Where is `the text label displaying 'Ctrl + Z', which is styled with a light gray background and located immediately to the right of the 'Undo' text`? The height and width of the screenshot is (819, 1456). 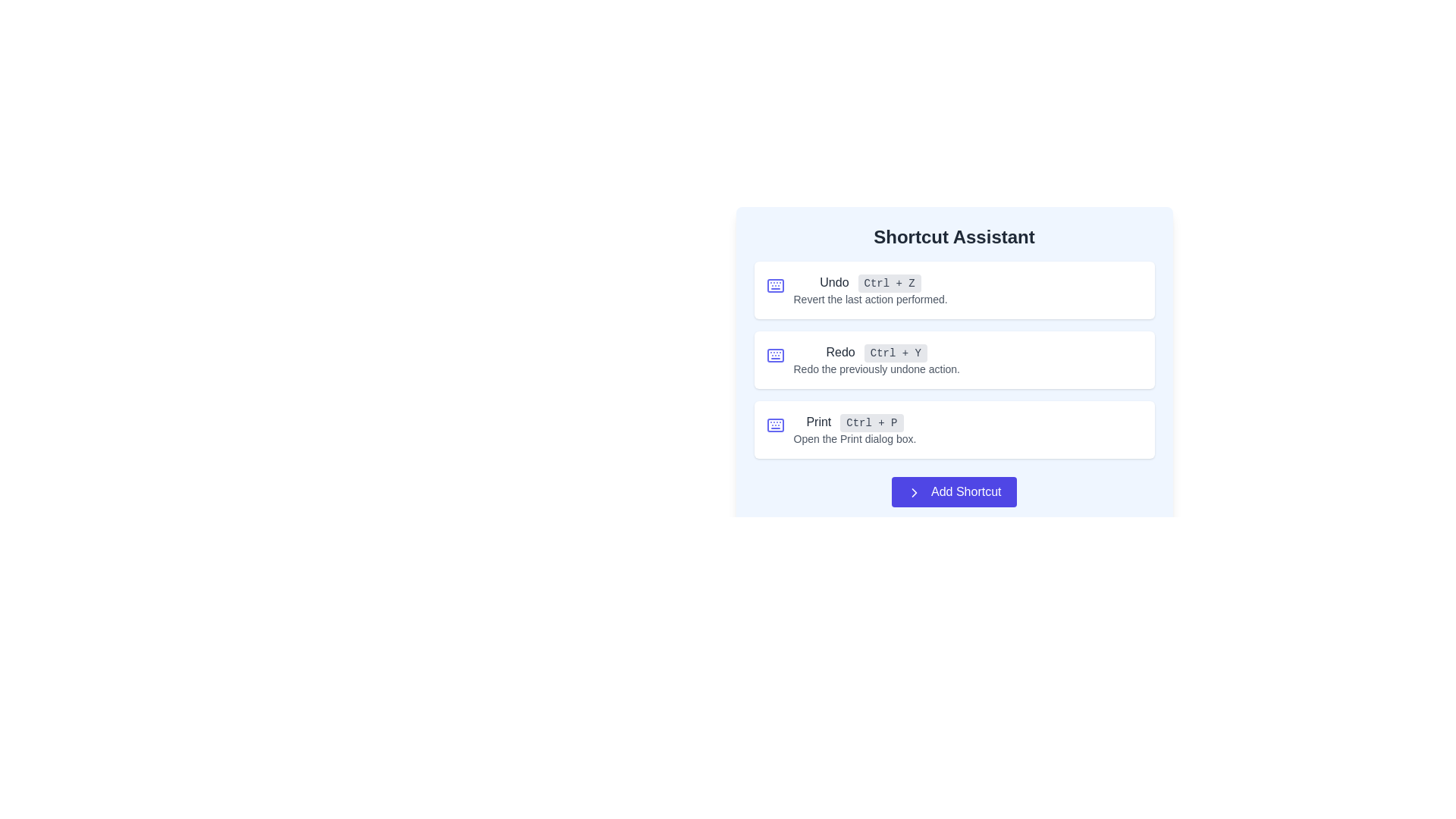 the text label displaying 'Ctrl + Z', which is styled with a light gray background and located immediately to the right of the 'Undo' text is located at coordinates (890, 284).